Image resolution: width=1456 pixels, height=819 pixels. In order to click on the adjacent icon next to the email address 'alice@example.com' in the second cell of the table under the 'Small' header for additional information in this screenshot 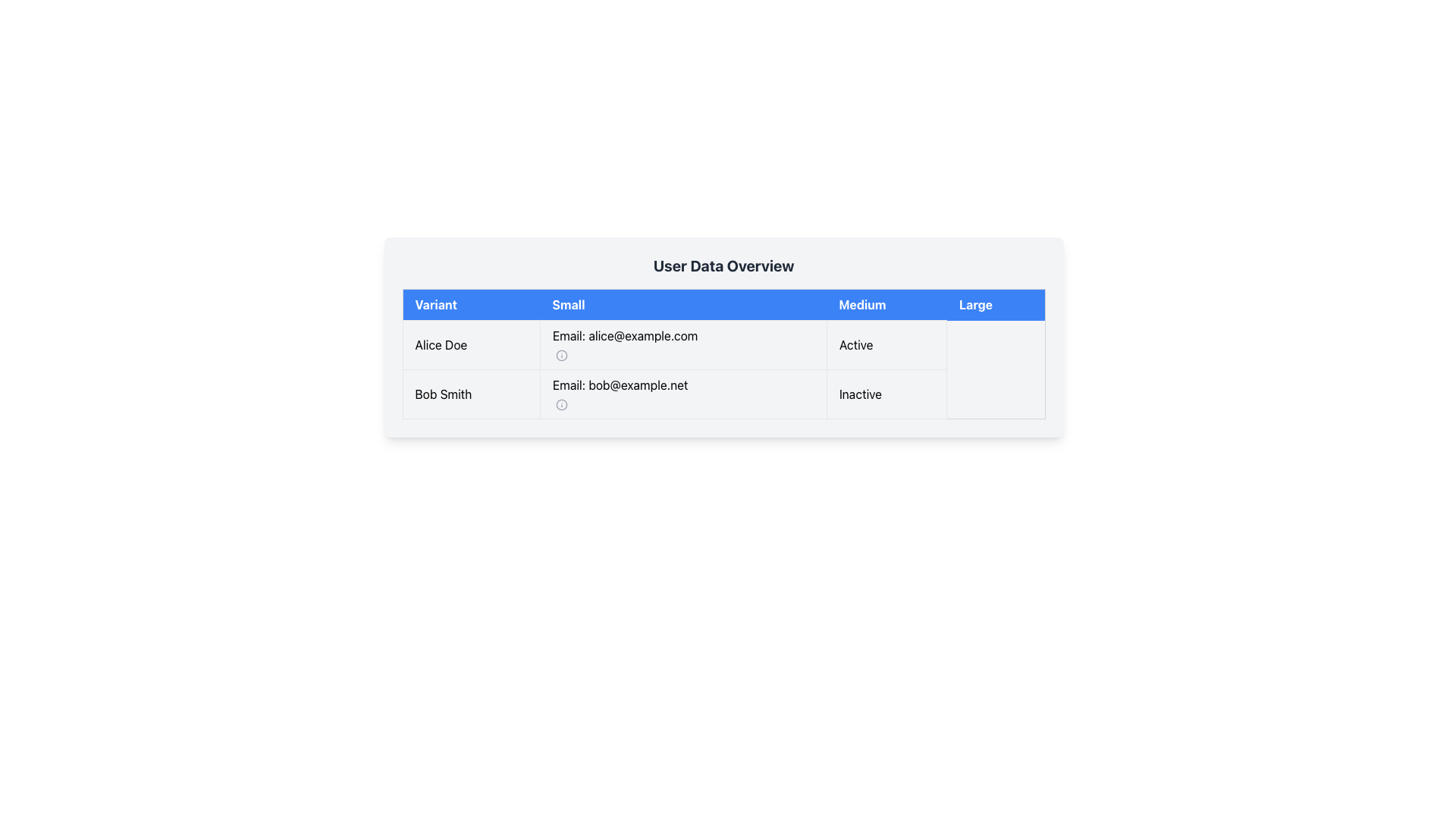, I will do `click(682, 345)`.